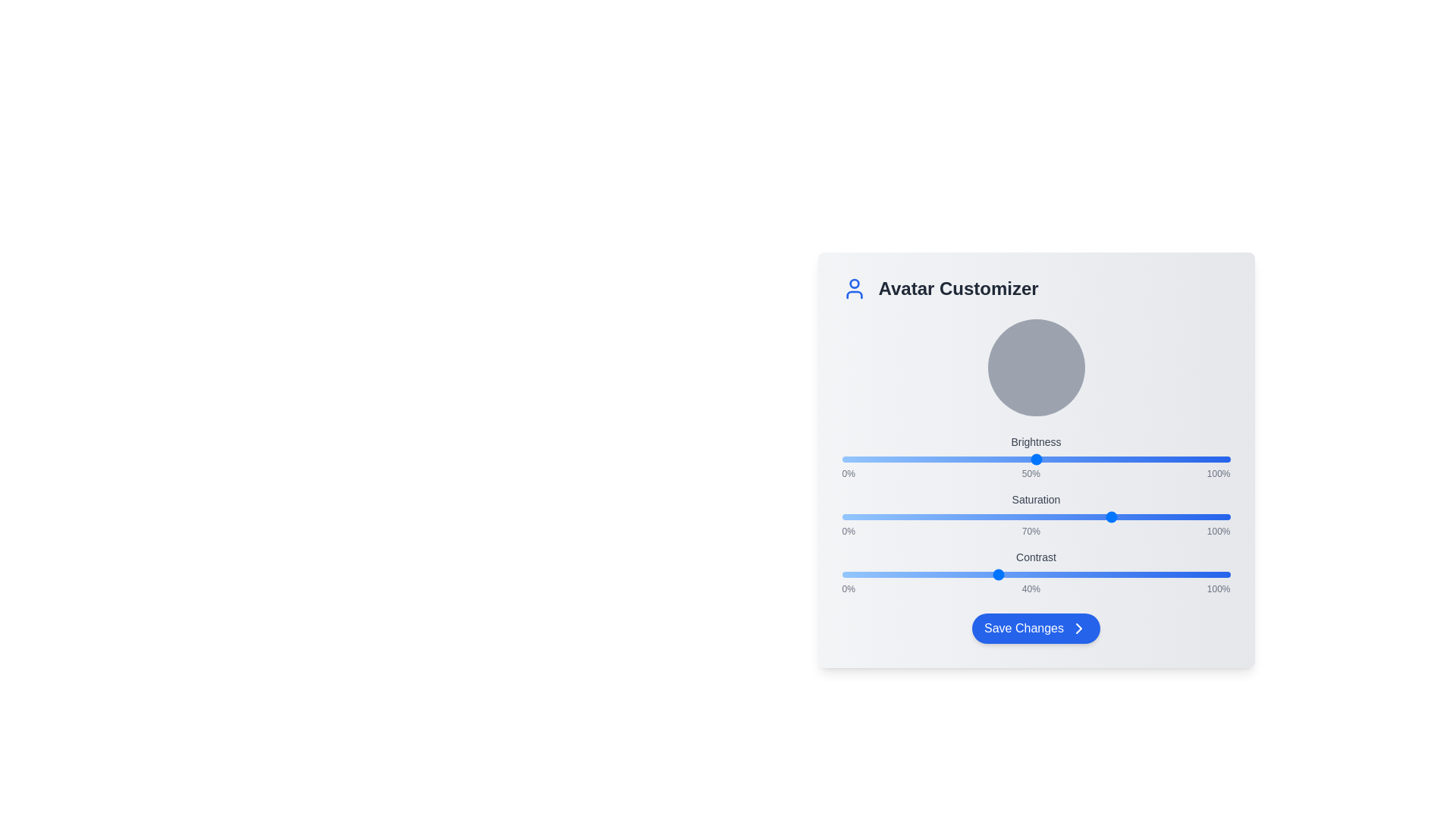 This screenshot has width=1456, height=819. I want to click on the contrast slider to 93%, so click(1202, 575).